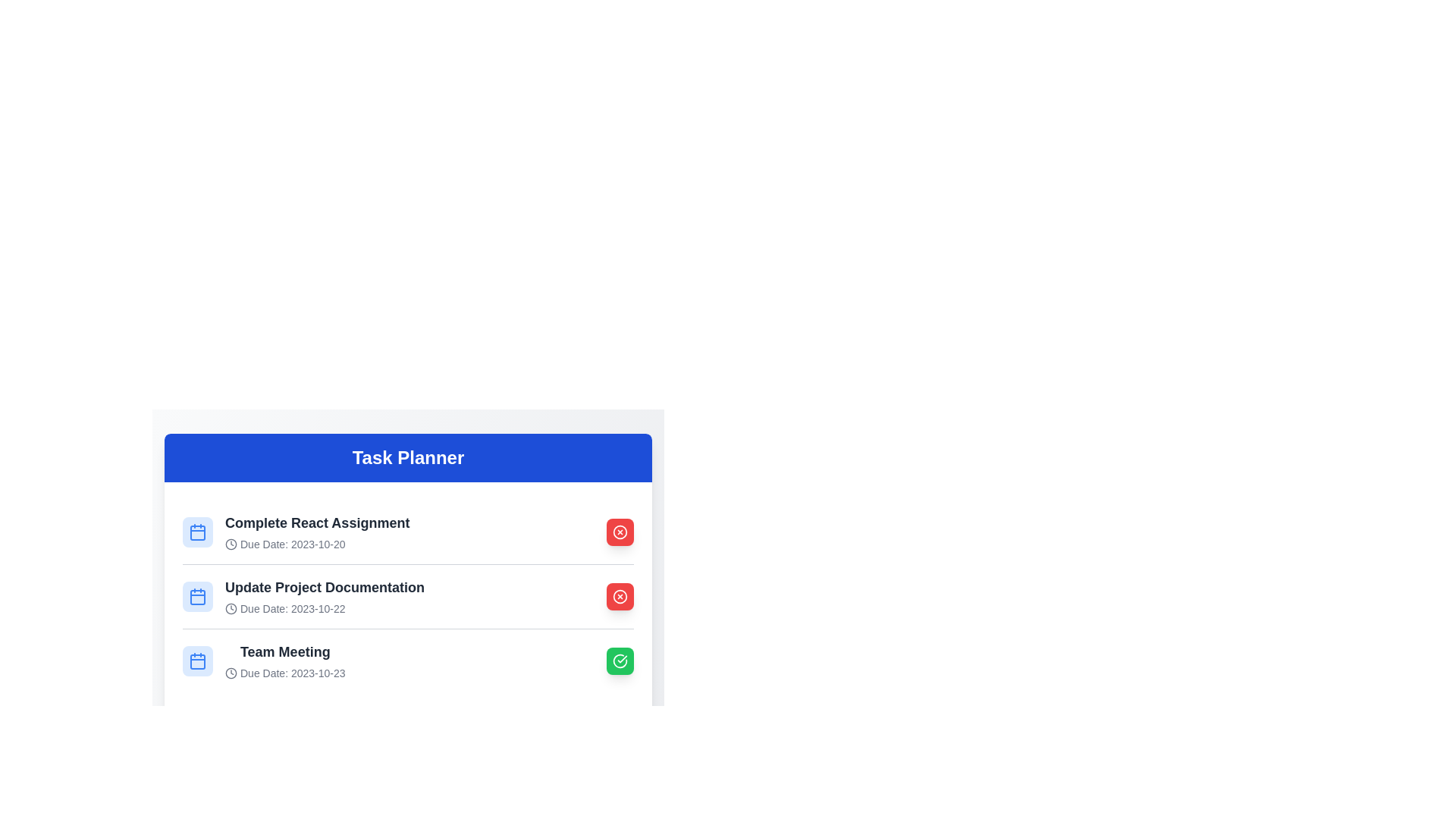 The width and height of the screenshot is (1456, 819). Describe the element at coordinates (231, 543) in the screenshot. I see `the first icon on the left side of the text displaying 'Due Date: 2023-10-20', which serves as a visual indicator of time or deadline-related information for the 'Complete React Assignment' entry in the 'Task Planner'` at that location.